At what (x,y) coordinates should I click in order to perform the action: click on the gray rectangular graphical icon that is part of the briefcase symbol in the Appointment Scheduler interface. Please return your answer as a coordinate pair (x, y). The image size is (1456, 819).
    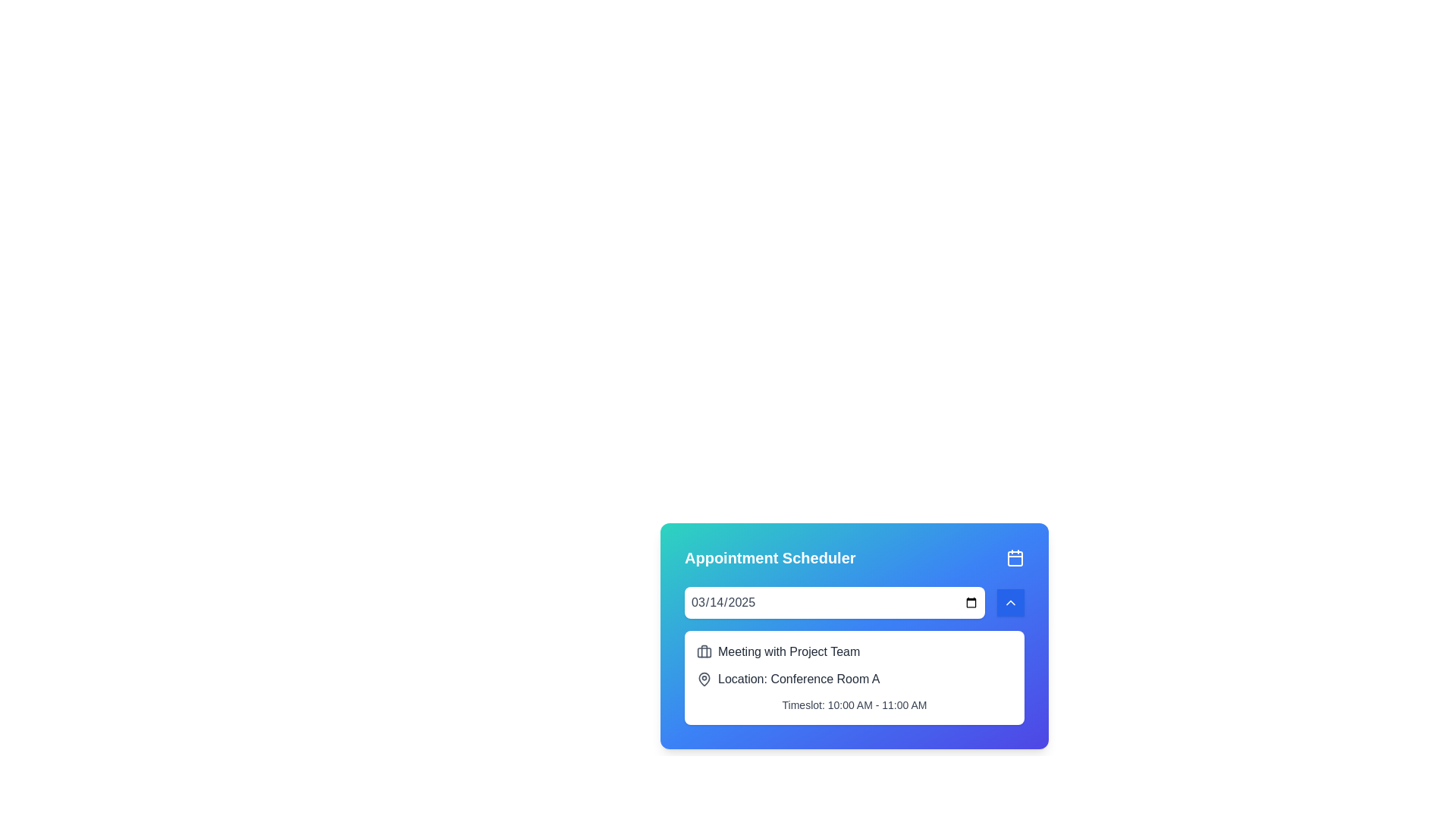
    Looking at the image, I should click on (704, 651).